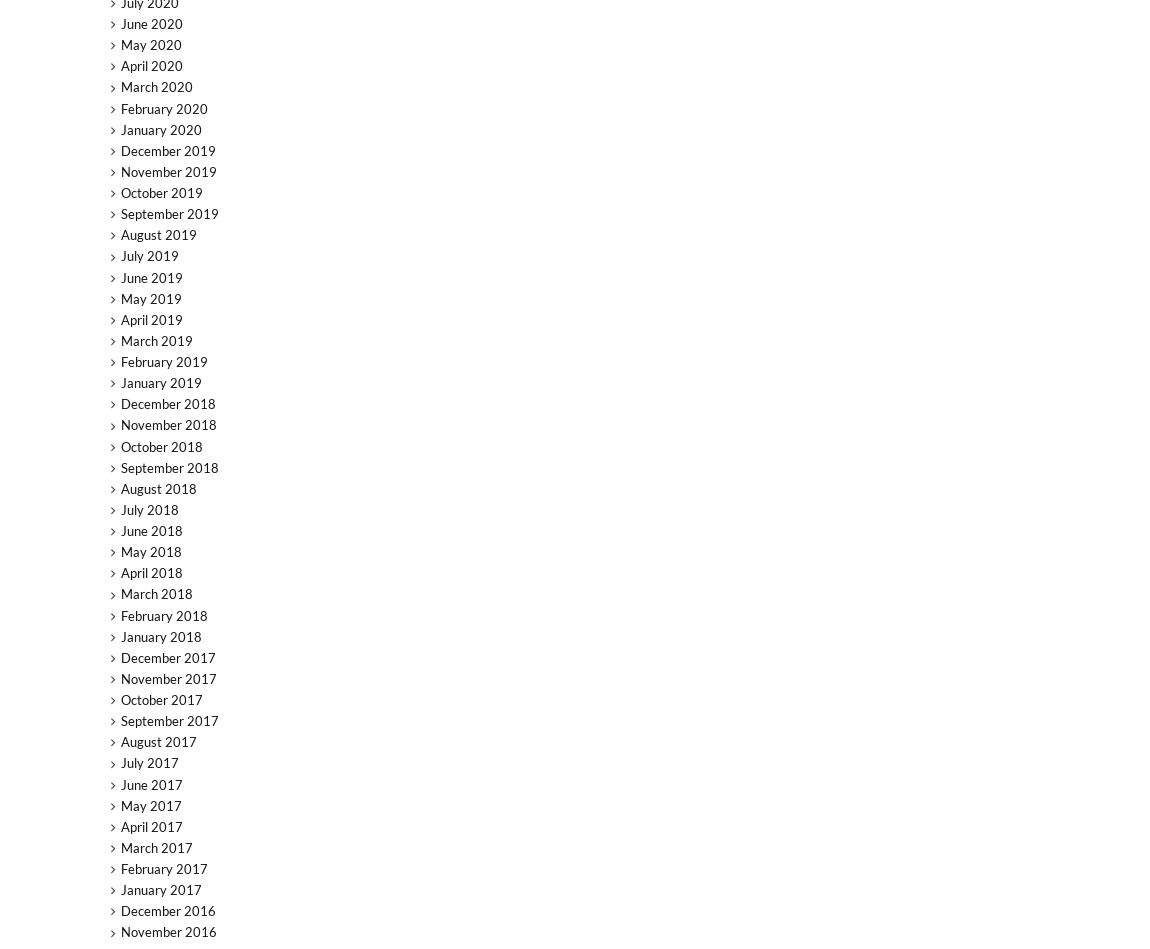 This screenshot has height=949, width=1150. Describe the element at coordinates (118, 699) in the screenshot. I see `'October 2017'` at that location.